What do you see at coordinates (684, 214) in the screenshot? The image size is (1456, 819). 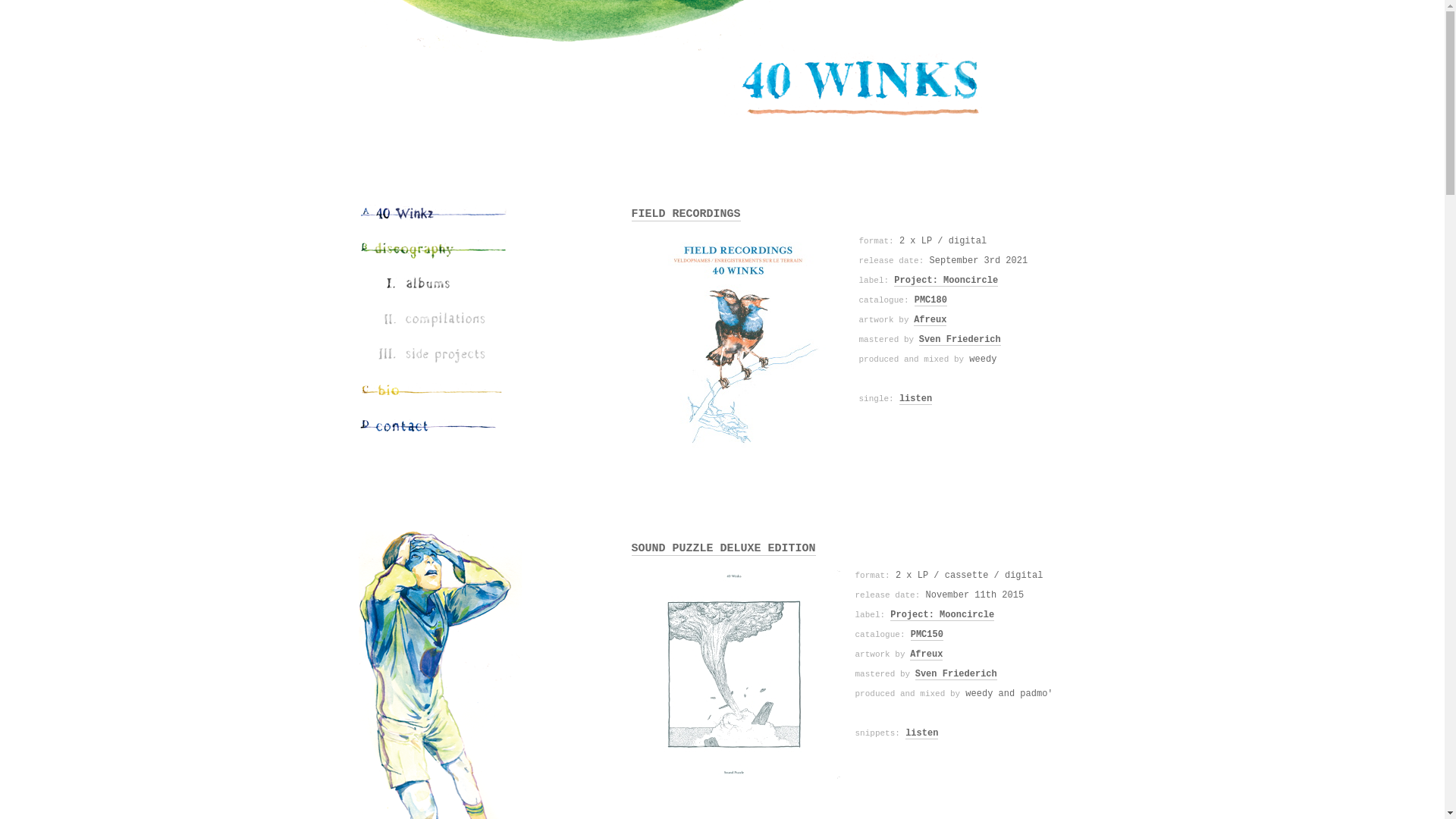 I see `'FIELD RECORDINGS'` at bounding box center [684, 214].